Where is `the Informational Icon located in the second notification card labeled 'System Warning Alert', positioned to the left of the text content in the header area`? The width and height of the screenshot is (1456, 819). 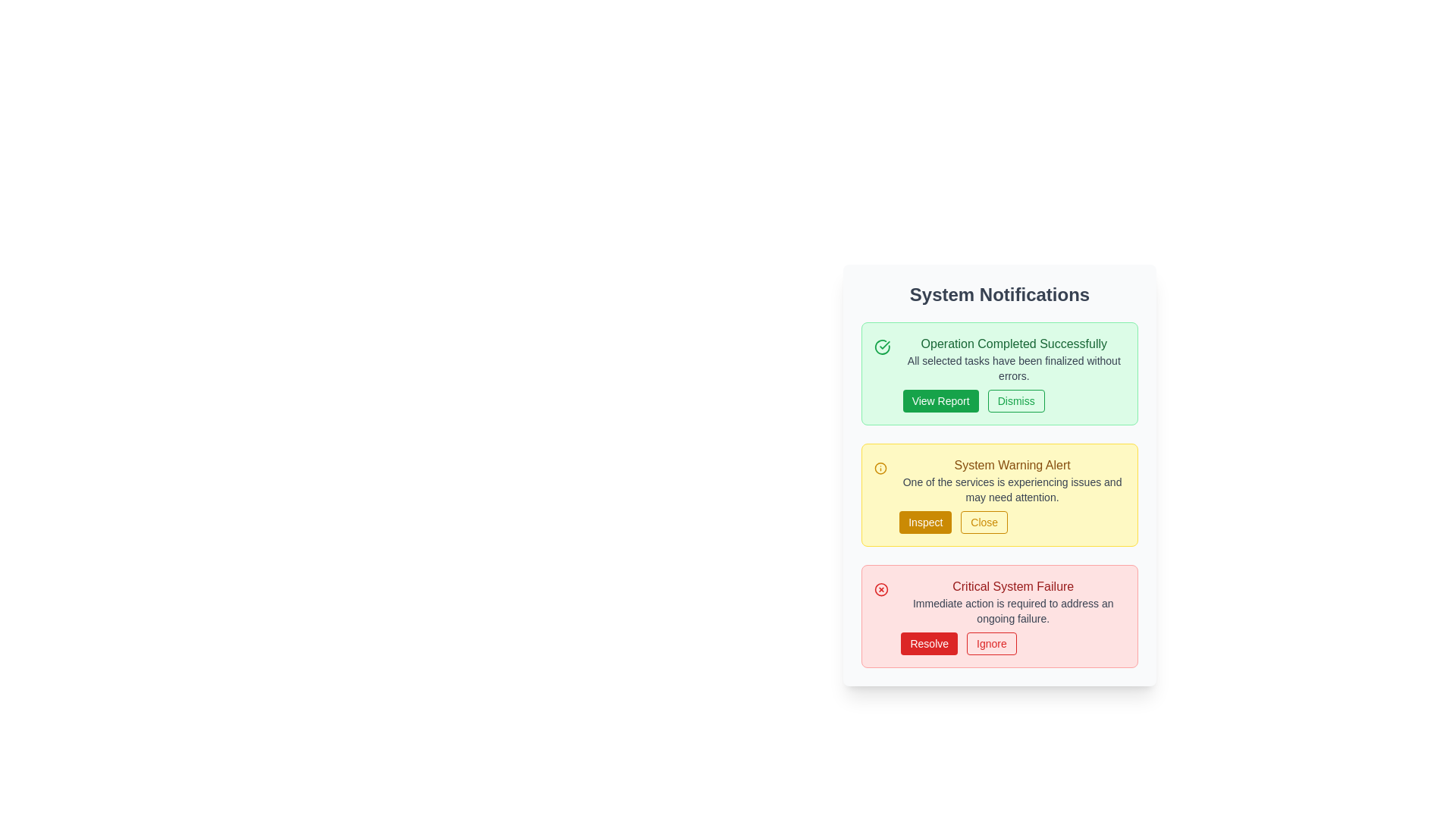 the Informational Icon located in the second notification card labeled 'System Warning Alert', positioned to the left of the text content in the header area is located at coordinates (880, 467).